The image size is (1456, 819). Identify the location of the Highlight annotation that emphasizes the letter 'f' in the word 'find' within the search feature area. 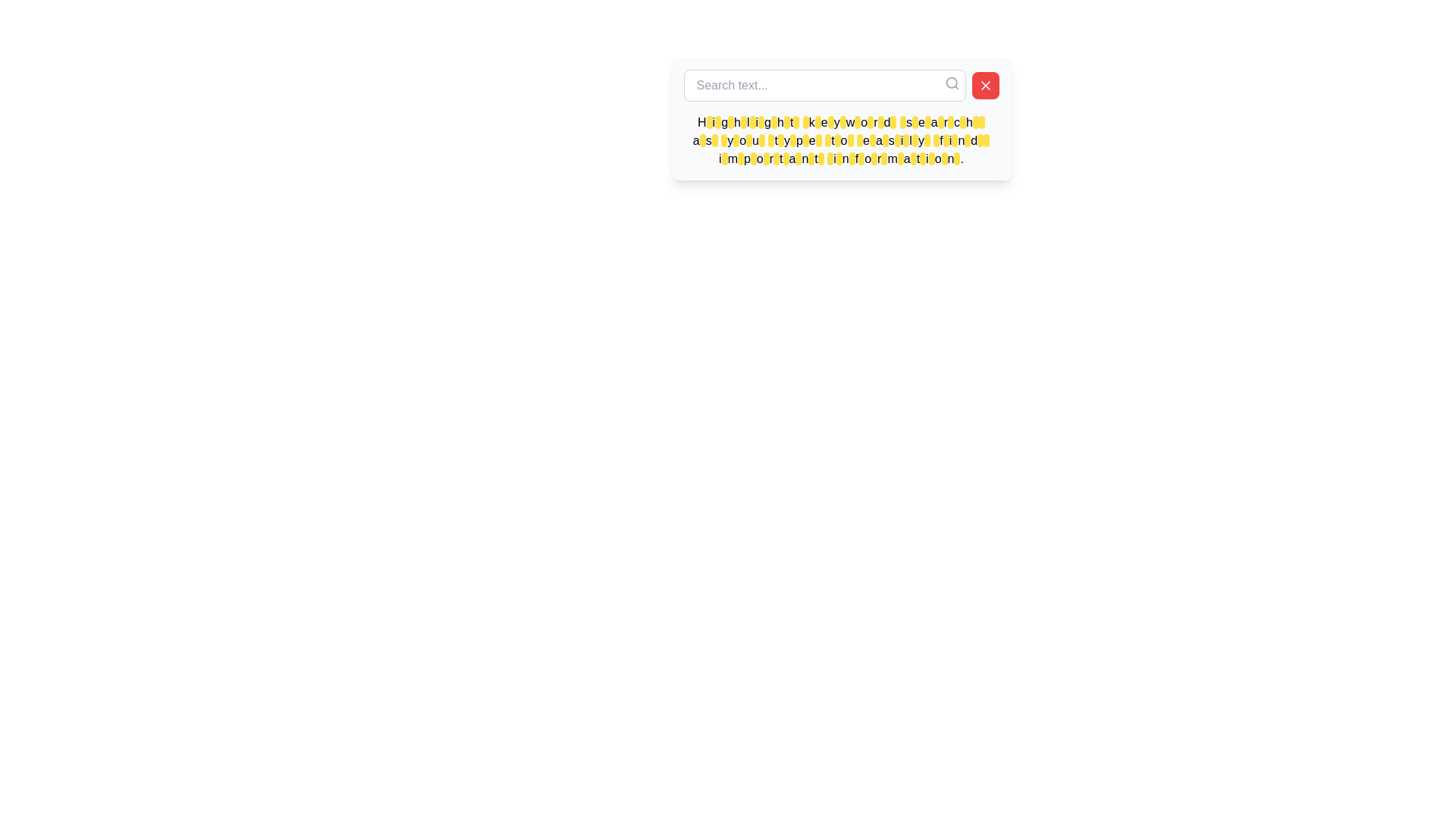
(906, 140).